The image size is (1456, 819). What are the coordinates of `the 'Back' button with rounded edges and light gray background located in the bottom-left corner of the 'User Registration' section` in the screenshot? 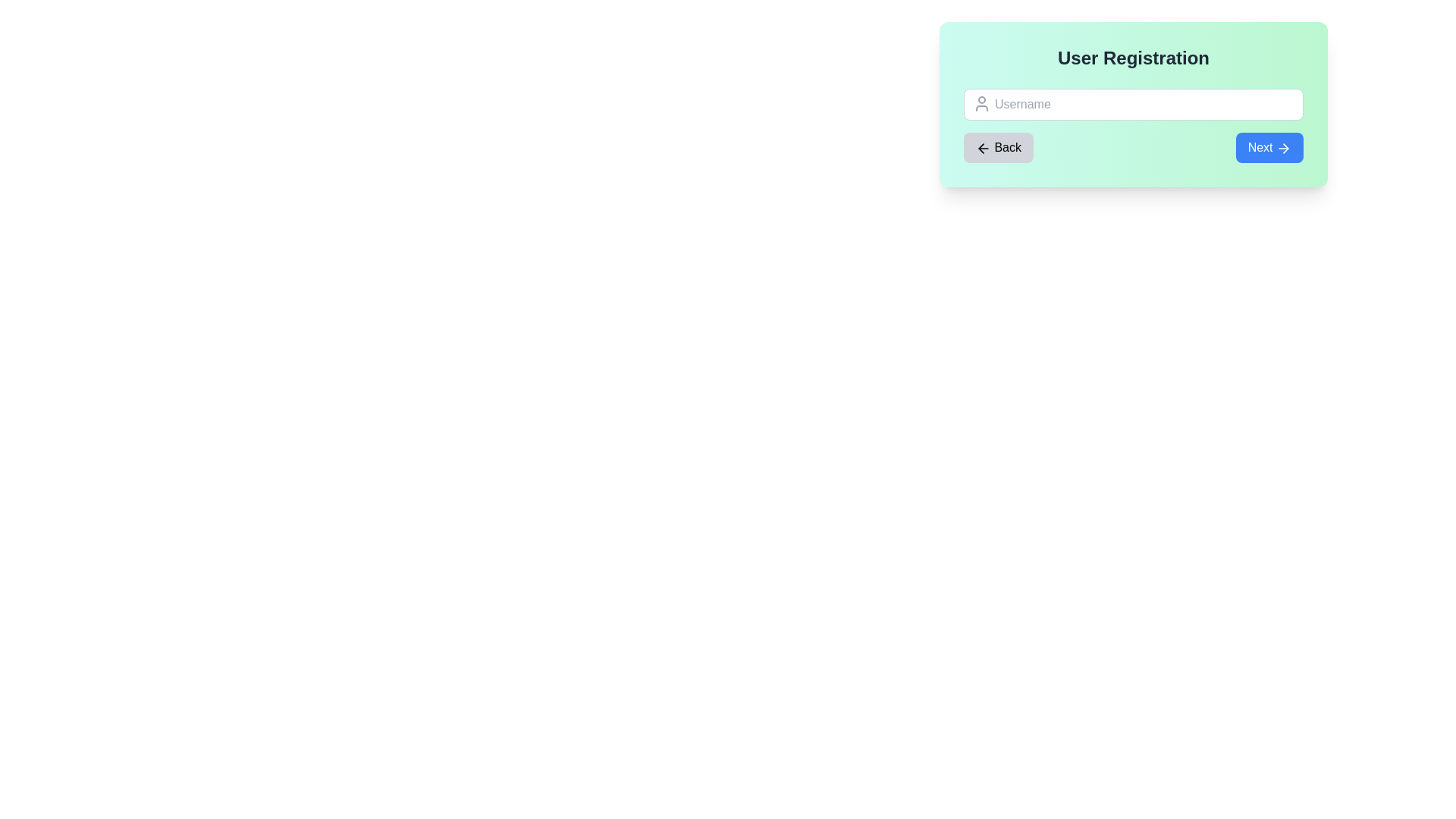 It's located at (998, 148).